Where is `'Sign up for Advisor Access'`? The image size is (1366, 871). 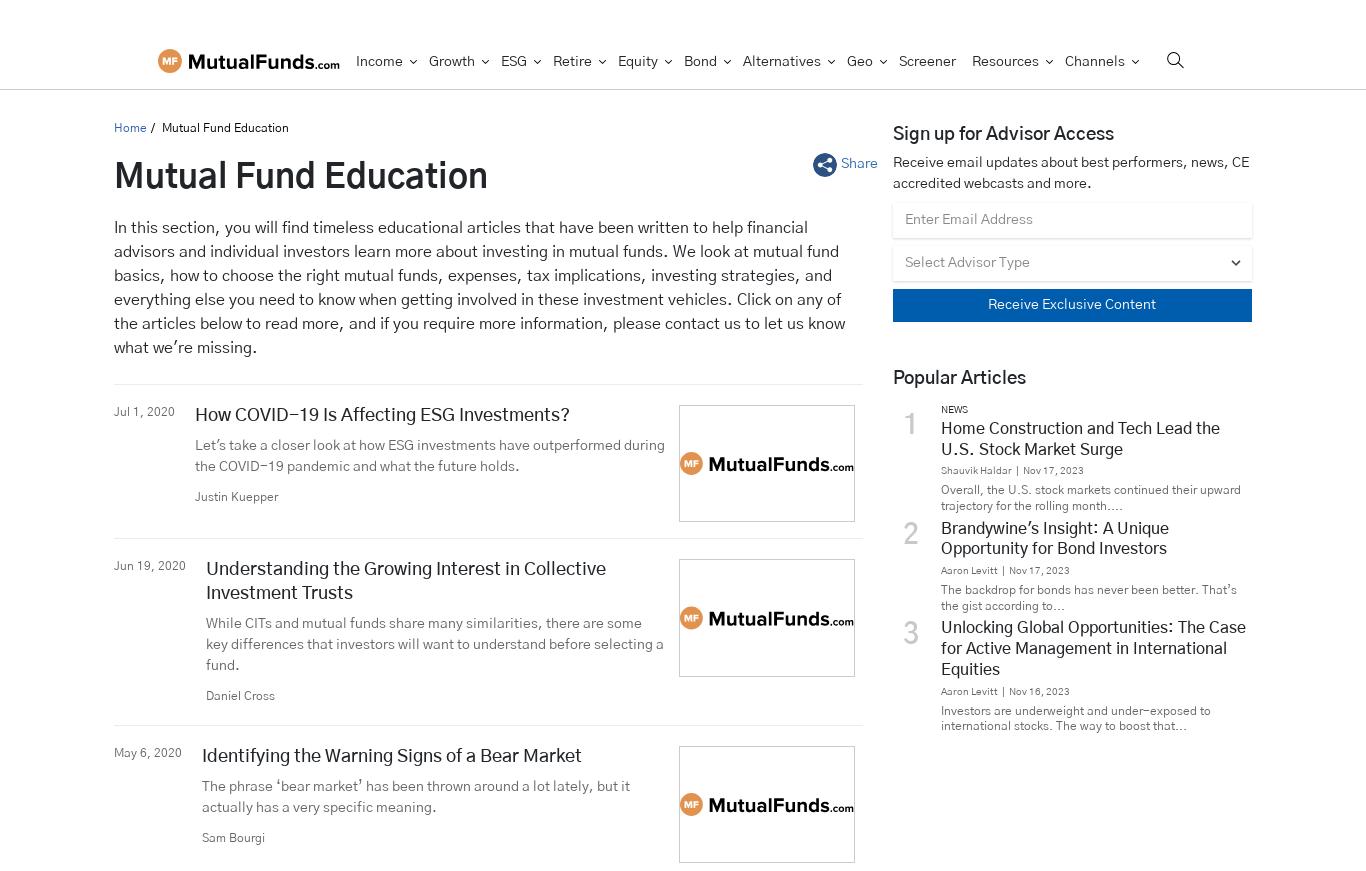
'Sign up for Advisor Access' is located at coordinates (1002, 132).